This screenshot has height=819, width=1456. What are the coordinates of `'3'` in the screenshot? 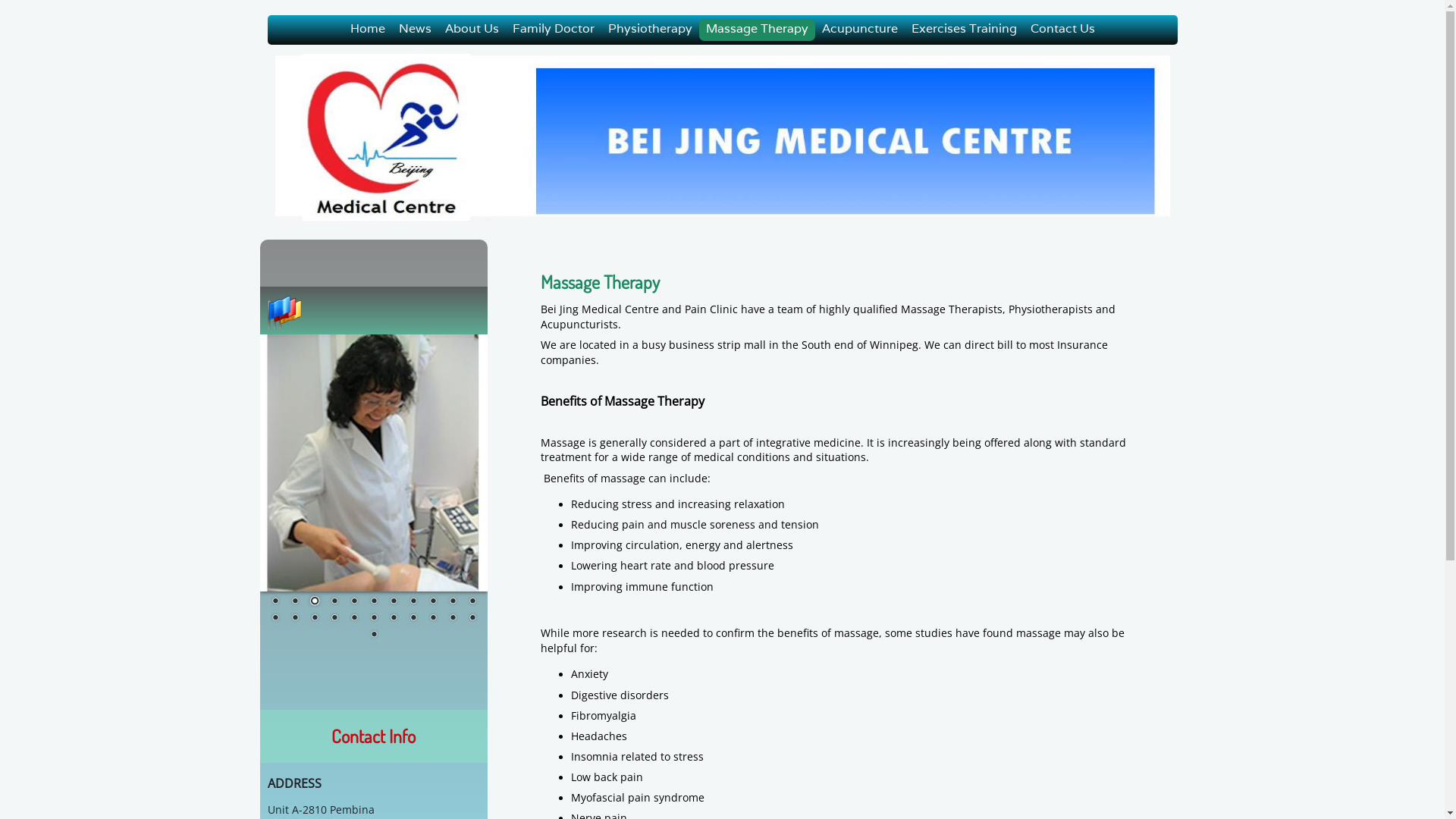 It's located at (313, 601).